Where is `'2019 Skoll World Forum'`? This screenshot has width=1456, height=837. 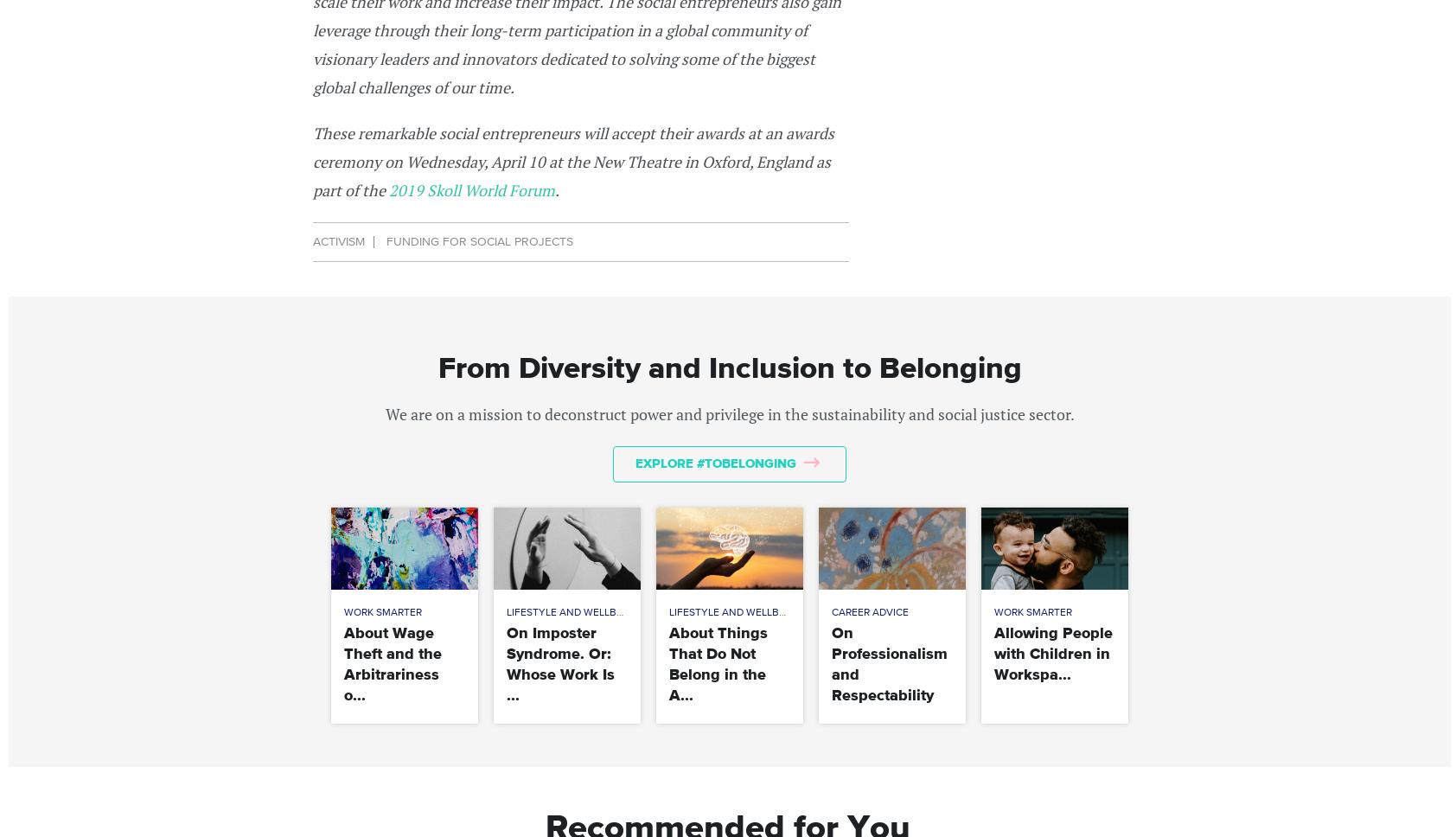
'2019 Skoll World Forum' is located at coordinates (470, 188).